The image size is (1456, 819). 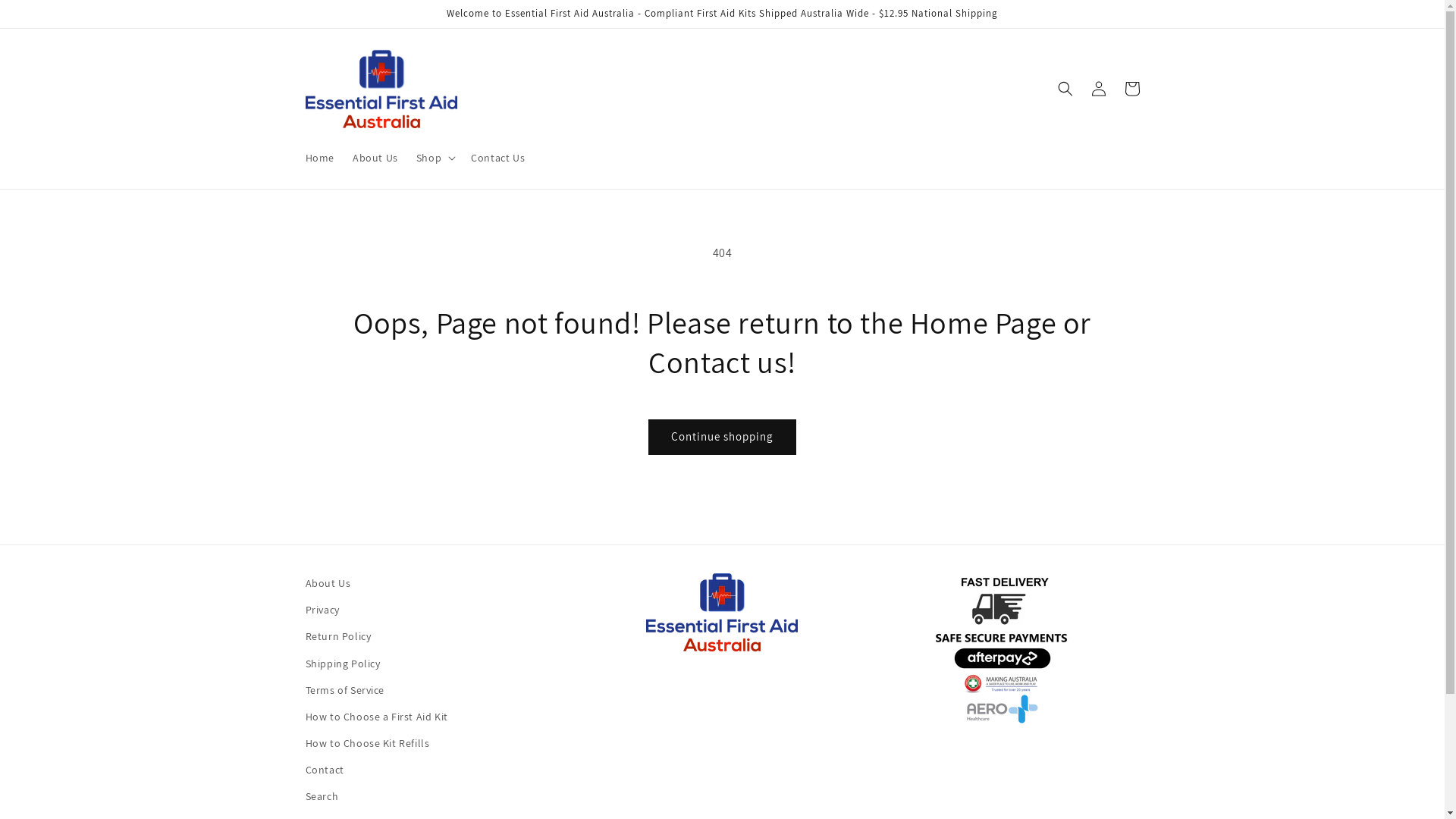 I want to click on 'Log in', so click(x=1098, y=88).